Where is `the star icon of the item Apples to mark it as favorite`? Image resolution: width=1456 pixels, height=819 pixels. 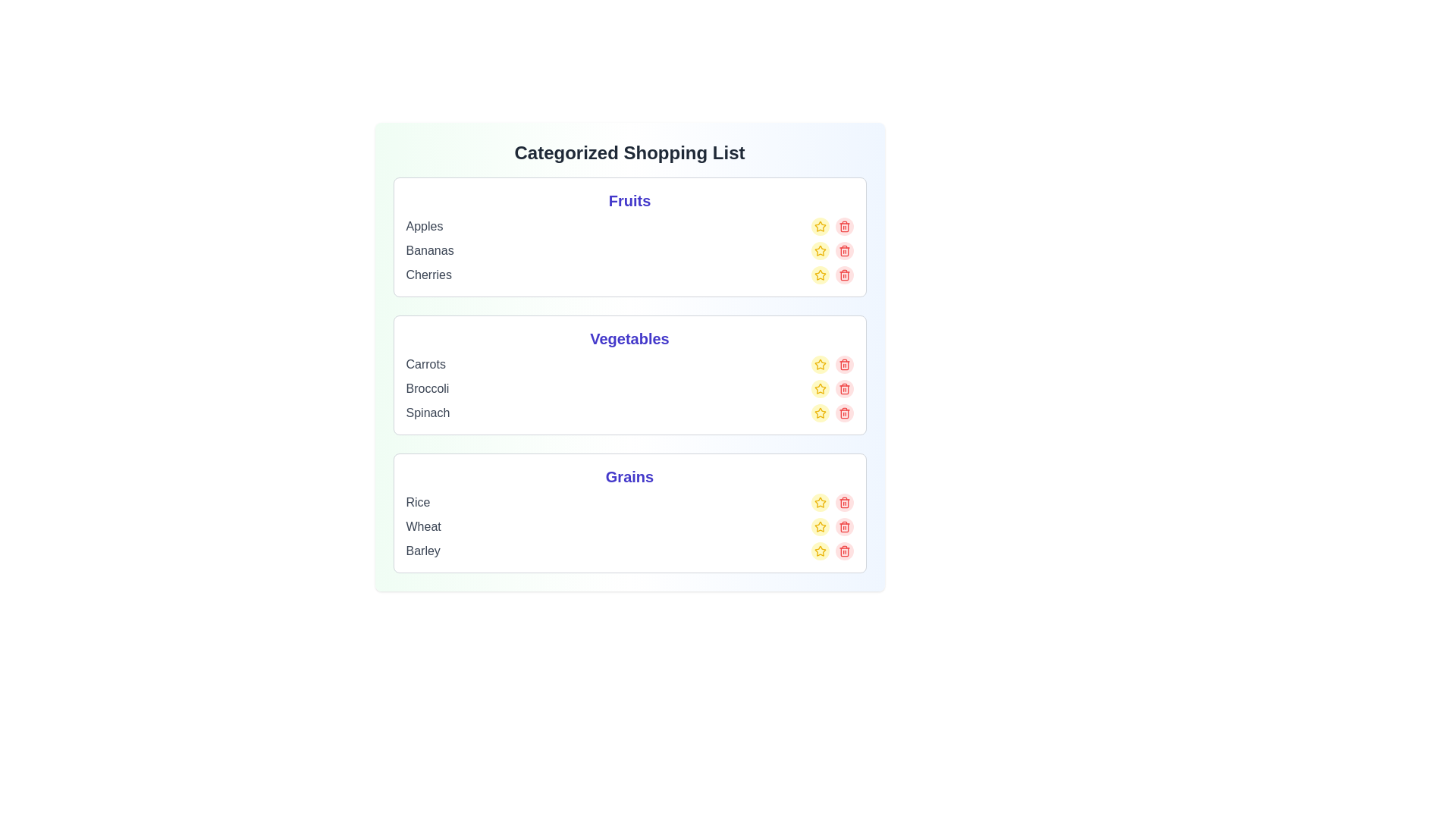
the star icon of the item Apples to mark it as favorite is located at coordinates (819, 227).